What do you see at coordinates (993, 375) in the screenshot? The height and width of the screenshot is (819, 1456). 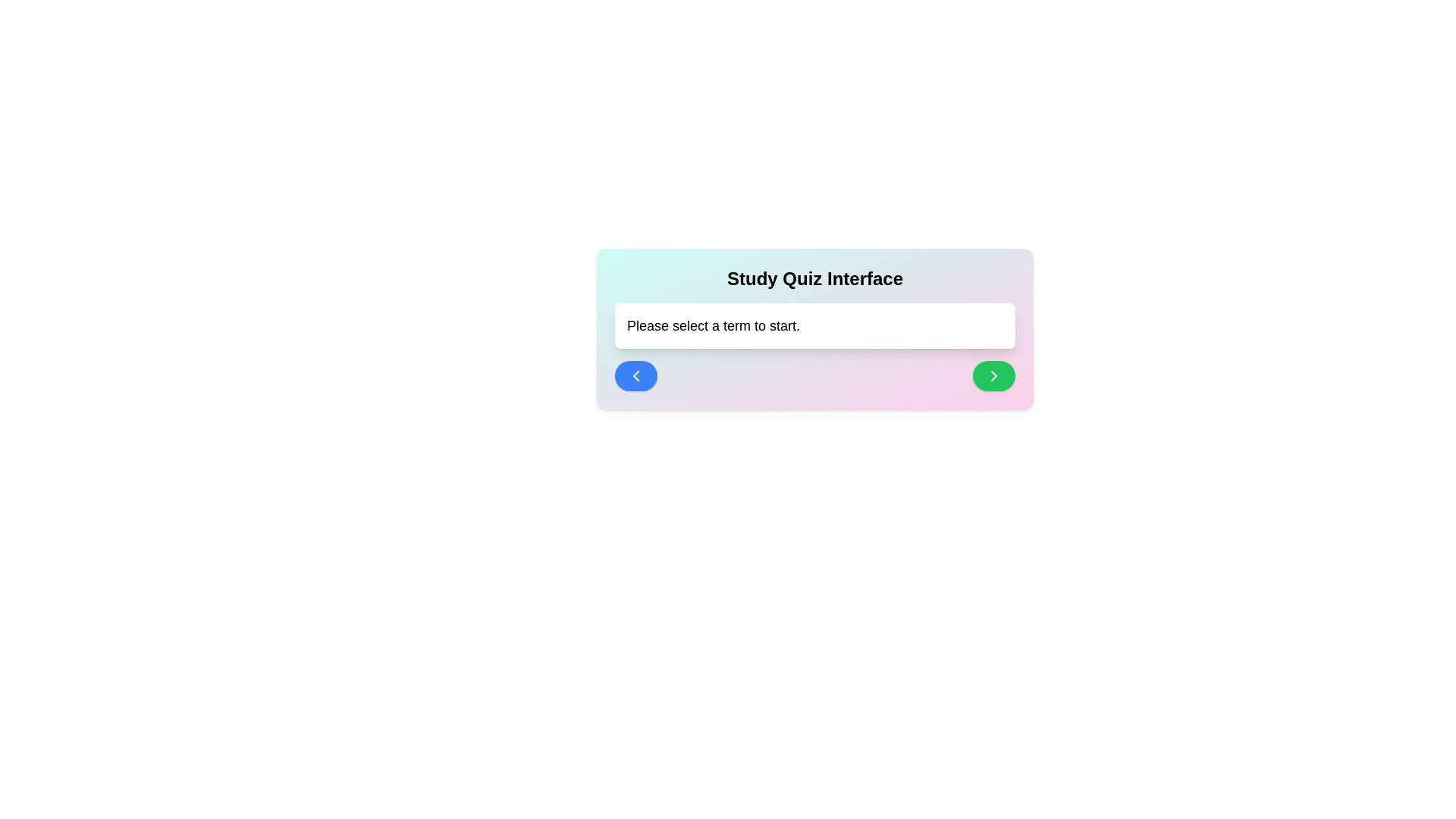 I see `the next navigation button to navigate between terms` at bounding box center [993, 375].